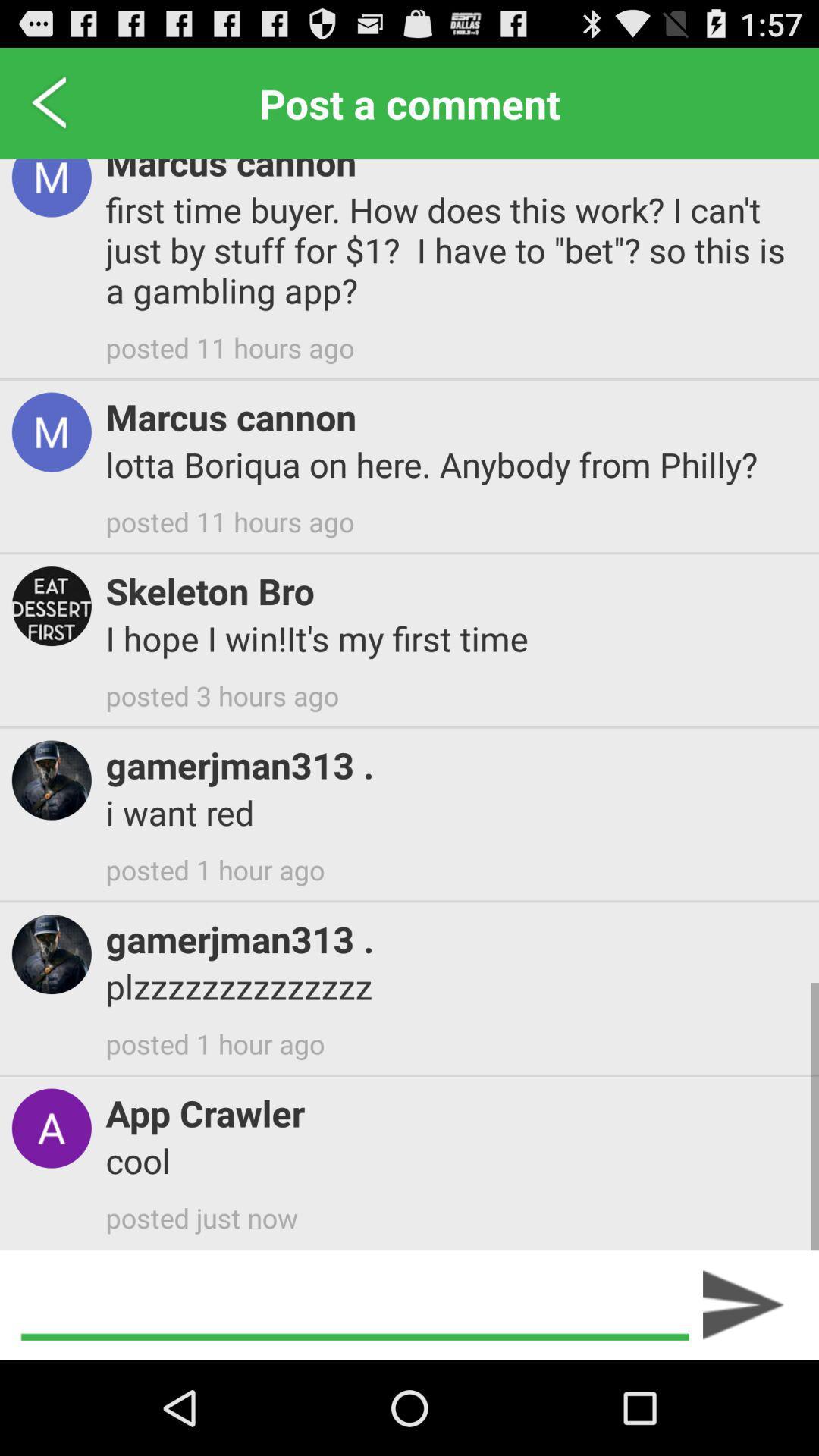 This screenshot has width=819, height=1456. Describe the element at coordinates (354, 1304) in the screenshot. I see `the item below posted just now` at that location.